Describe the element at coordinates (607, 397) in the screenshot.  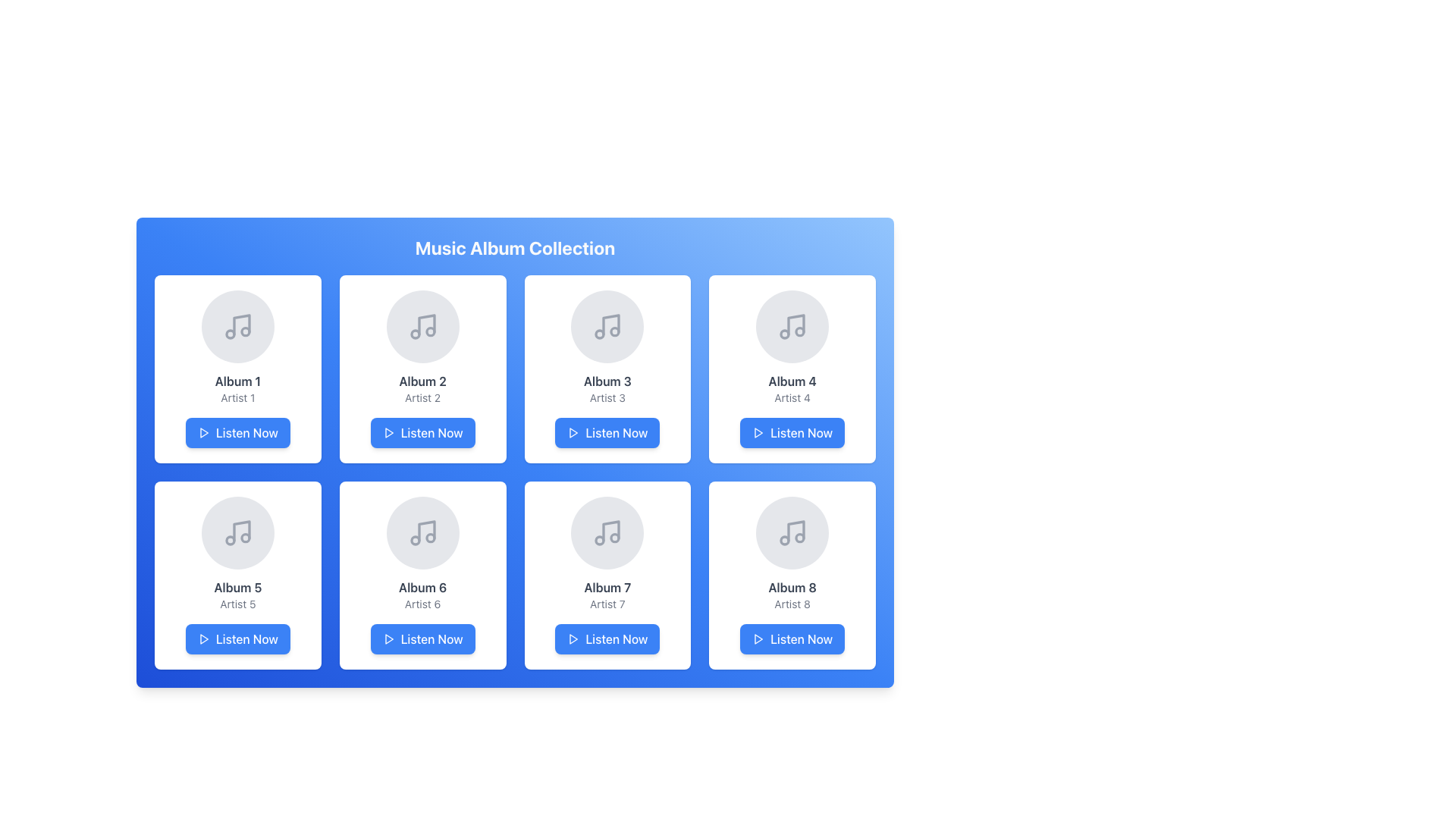
I see `the static text label displaying the artist name for 'Album 3', which is the second textual item within the album card located in the top row, third column of the grid layout` at that location.